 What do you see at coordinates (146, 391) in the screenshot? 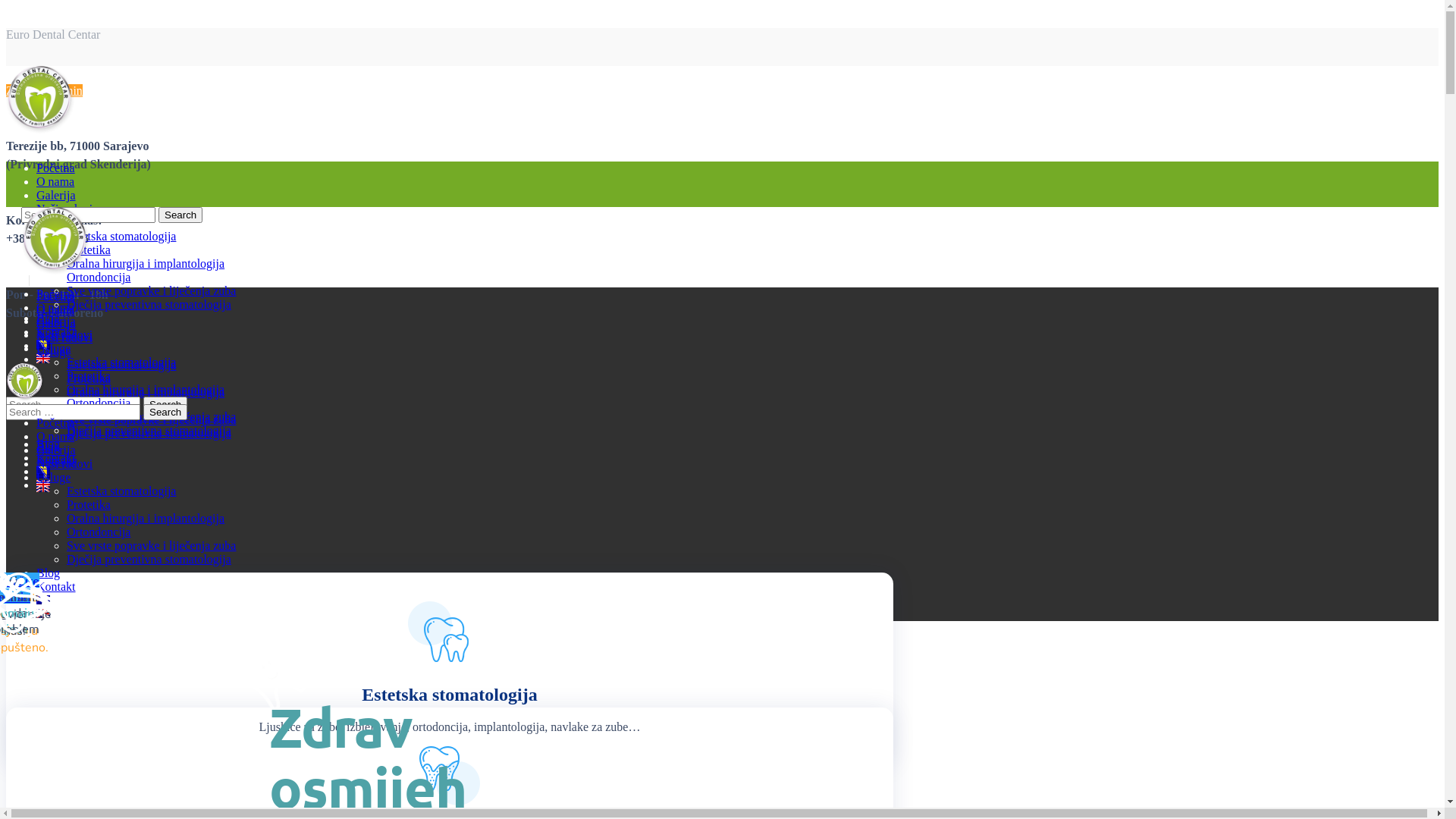
I see `'Oralna hirurgija i implantologija'` at bounding box center [146, 391].